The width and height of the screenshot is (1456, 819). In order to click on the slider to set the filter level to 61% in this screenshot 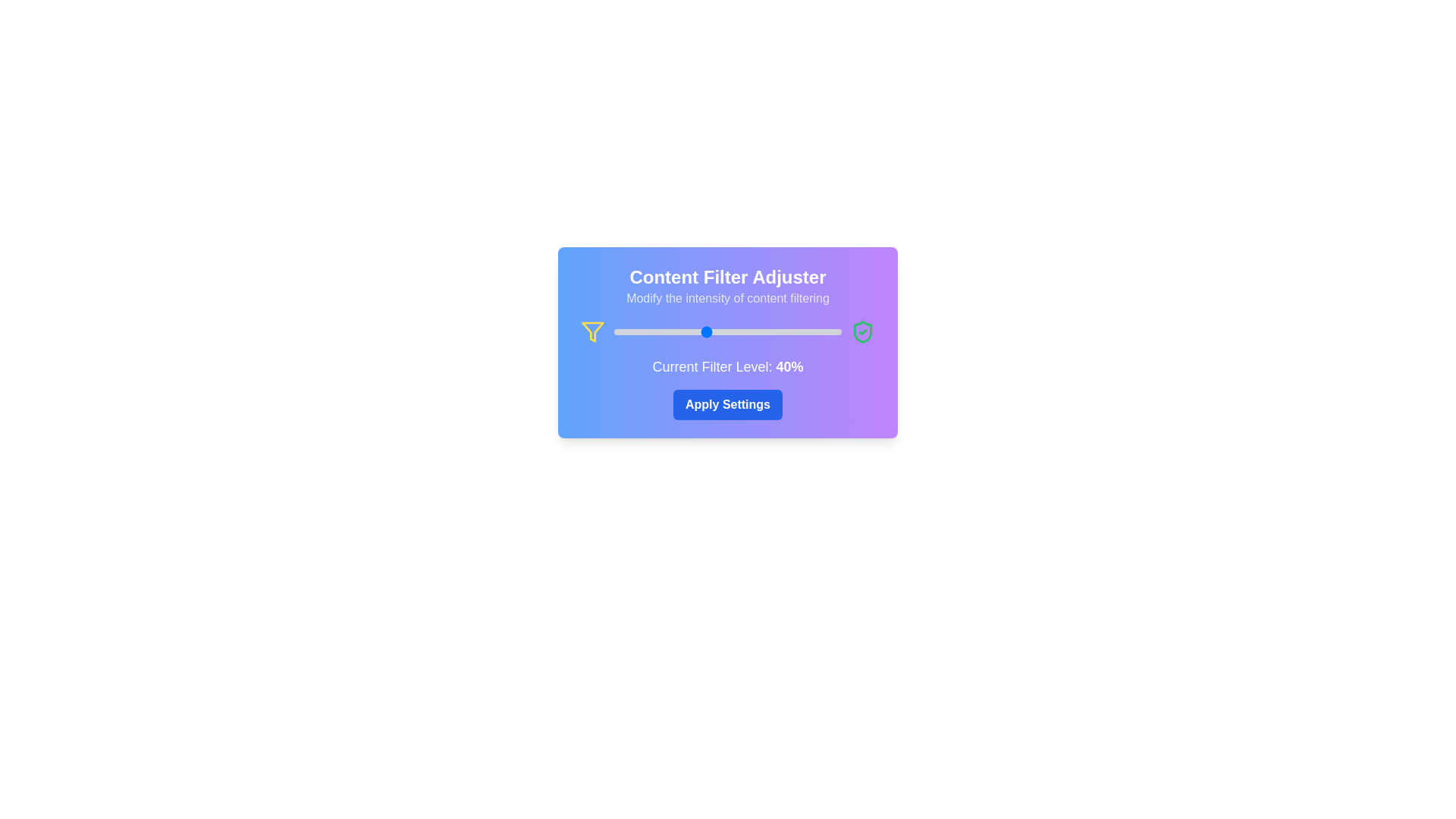, I will do `click(753, 331)`.